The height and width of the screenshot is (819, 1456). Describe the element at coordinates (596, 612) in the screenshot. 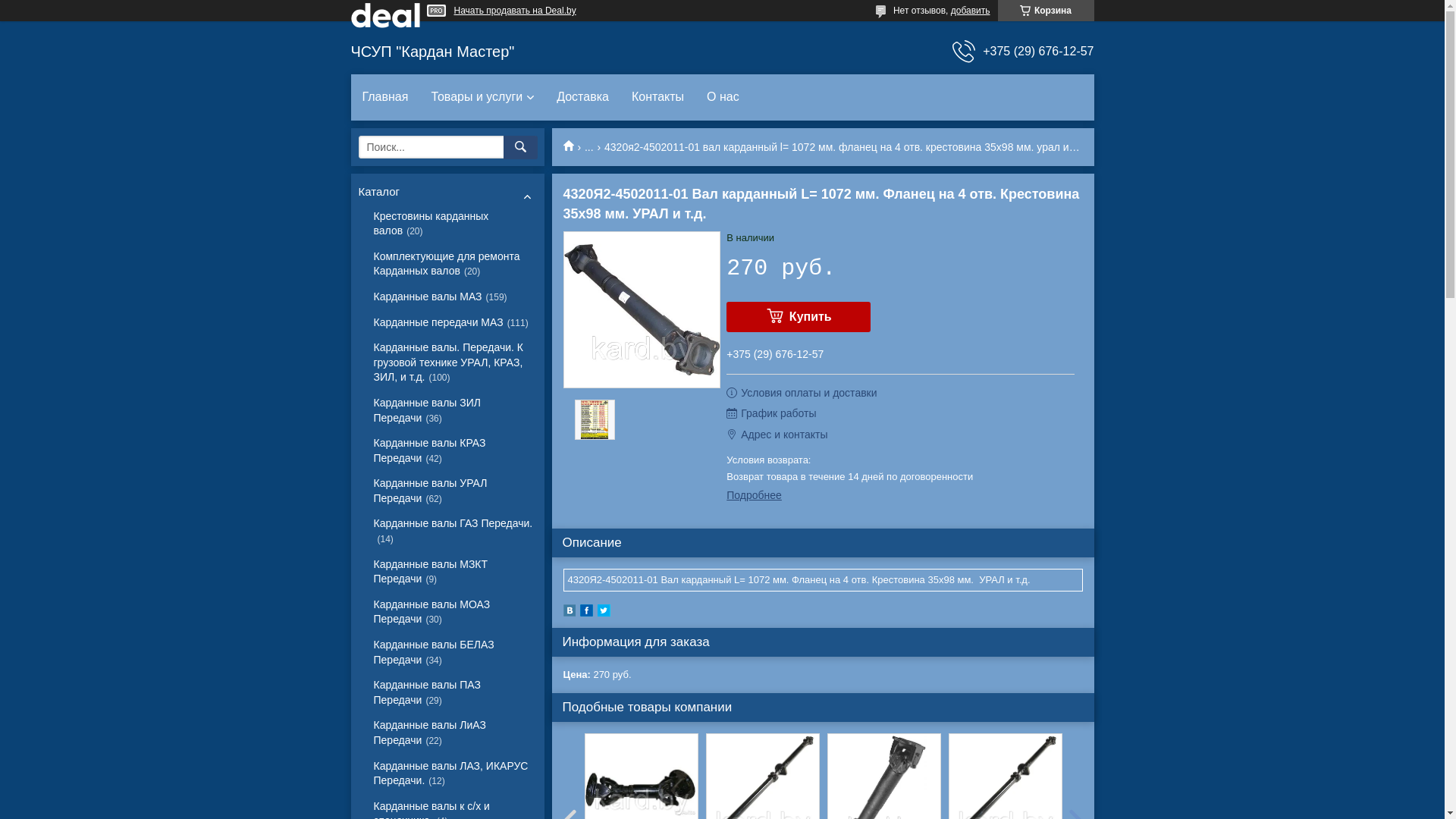

I see `'twitter'` at that location.